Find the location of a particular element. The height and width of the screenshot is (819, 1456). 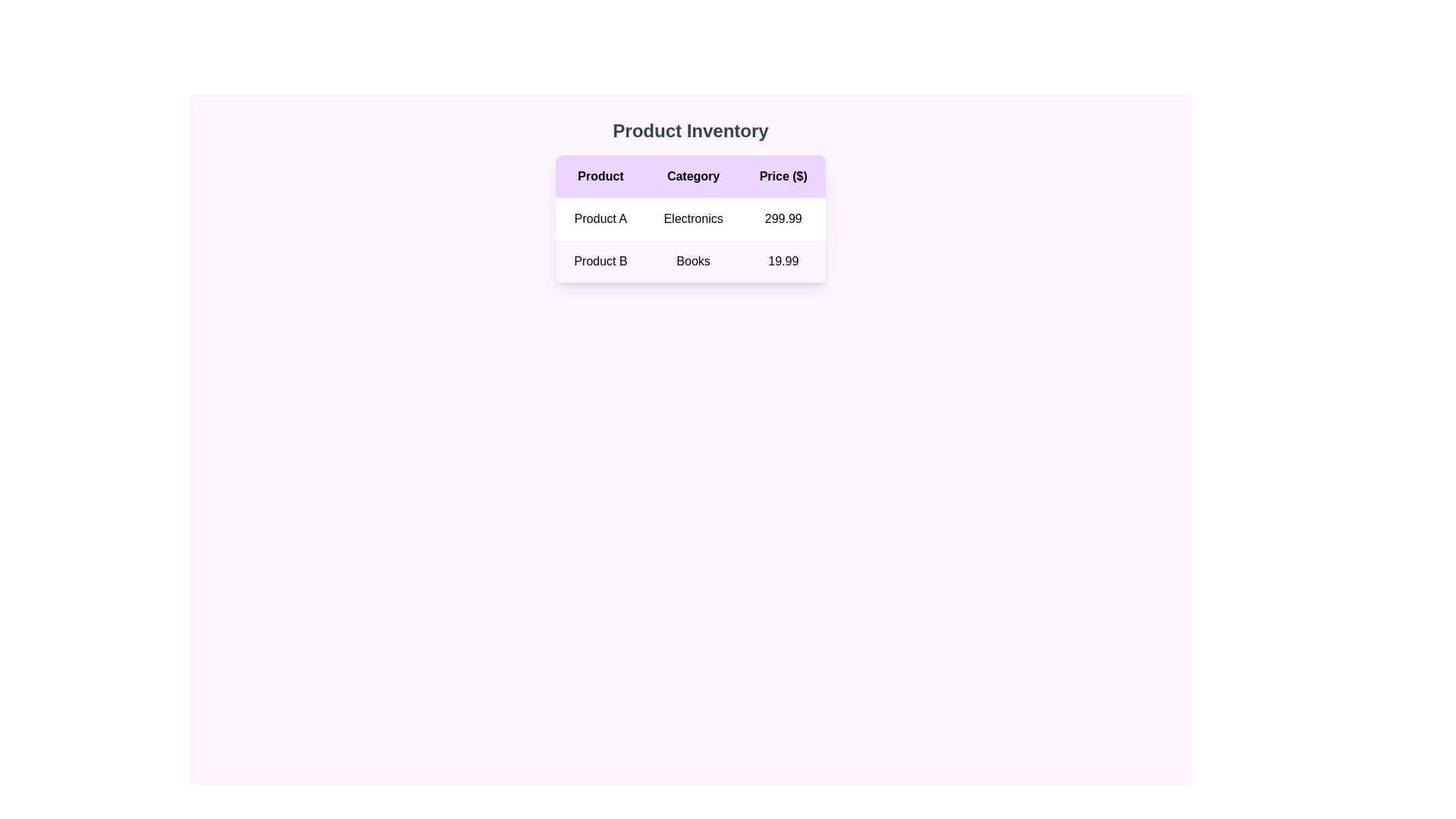

label of the table header labeled 'Price ($)' which is the rightmost header in the table is located at coordinates (783, 175).